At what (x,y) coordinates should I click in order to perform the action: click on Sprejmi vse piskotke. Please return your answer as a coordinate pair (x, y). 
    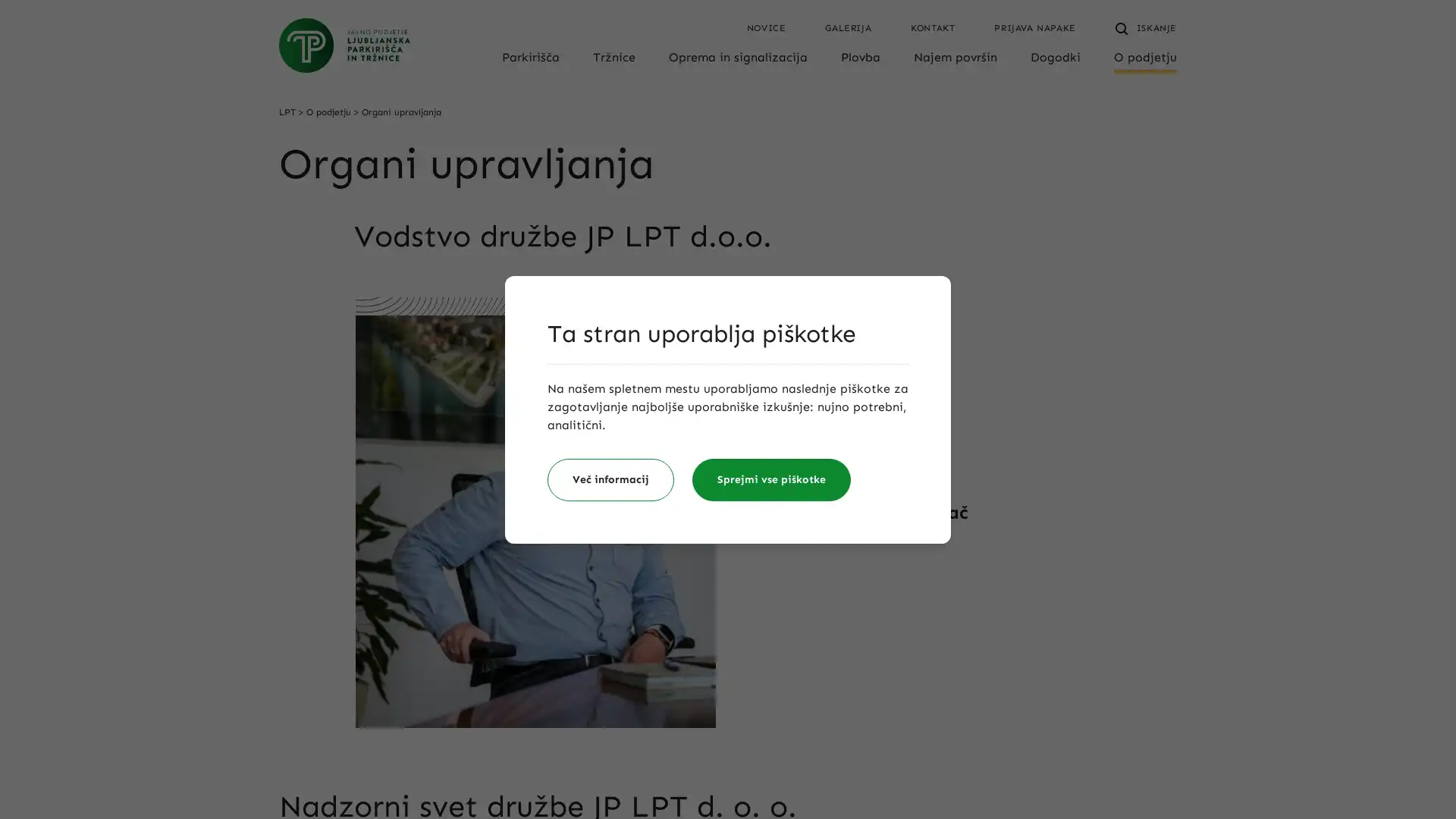
    Looking at the image, I should click on (771, 479).